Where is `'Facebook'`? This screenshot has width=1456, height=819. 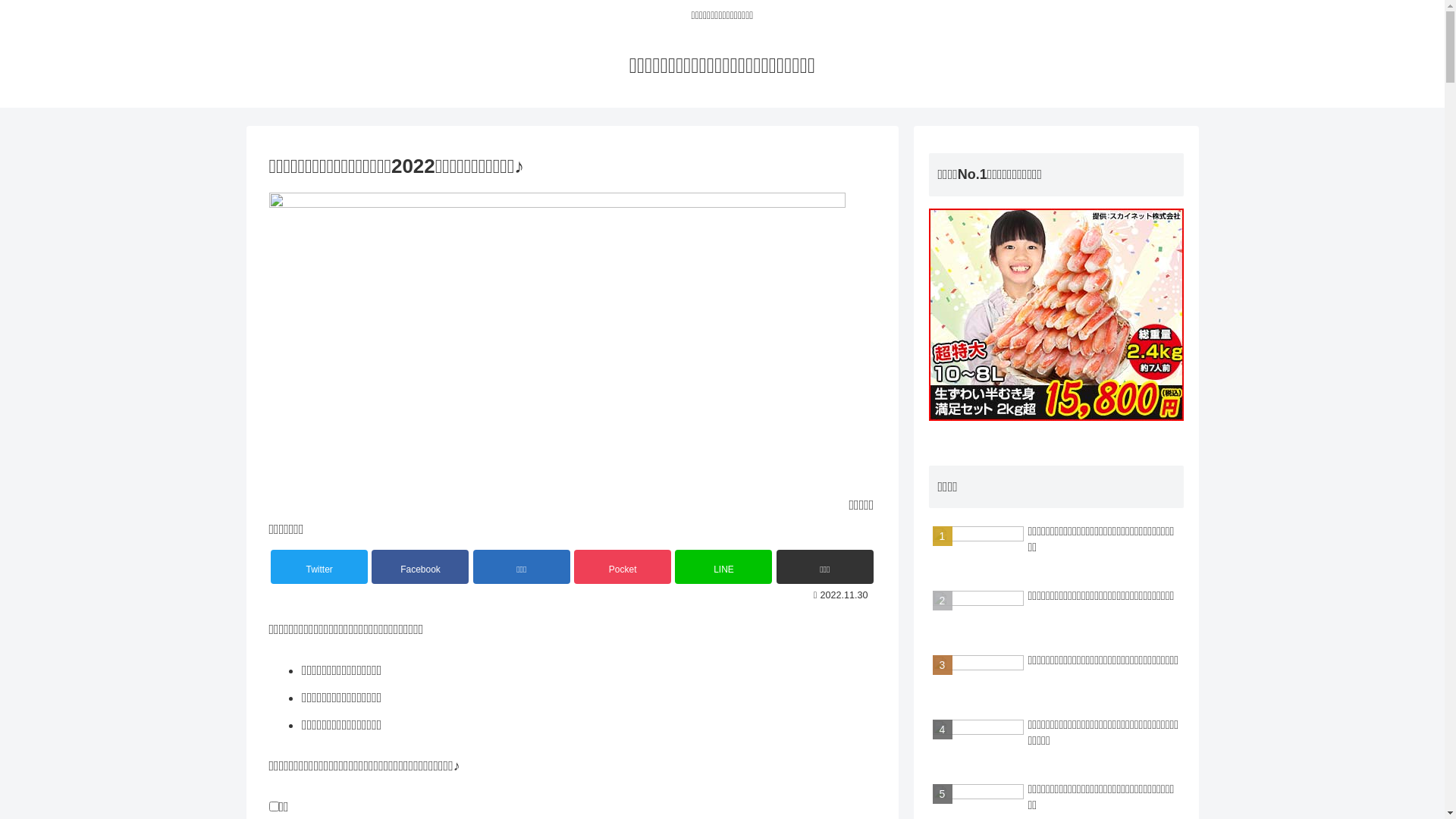 'Facebook' is located at coordinates (371, 566).